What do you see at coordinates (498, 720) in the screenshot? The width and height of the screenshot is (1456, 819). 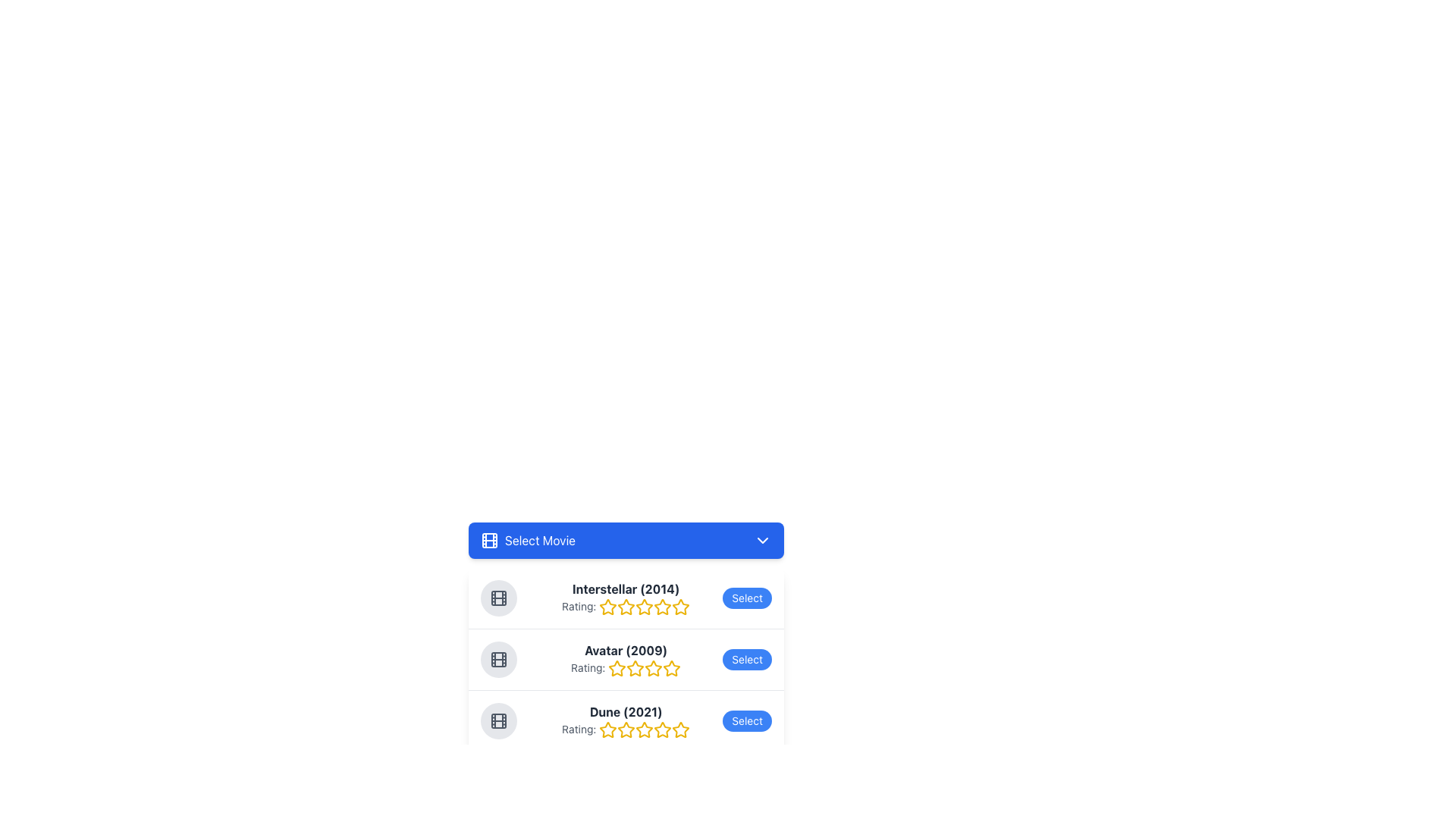 I see `the visual component of the movie list represented by the film reel icon located in the bottom-most section of the 'Select Movie' dropdown` at bounding box center [498, 720].